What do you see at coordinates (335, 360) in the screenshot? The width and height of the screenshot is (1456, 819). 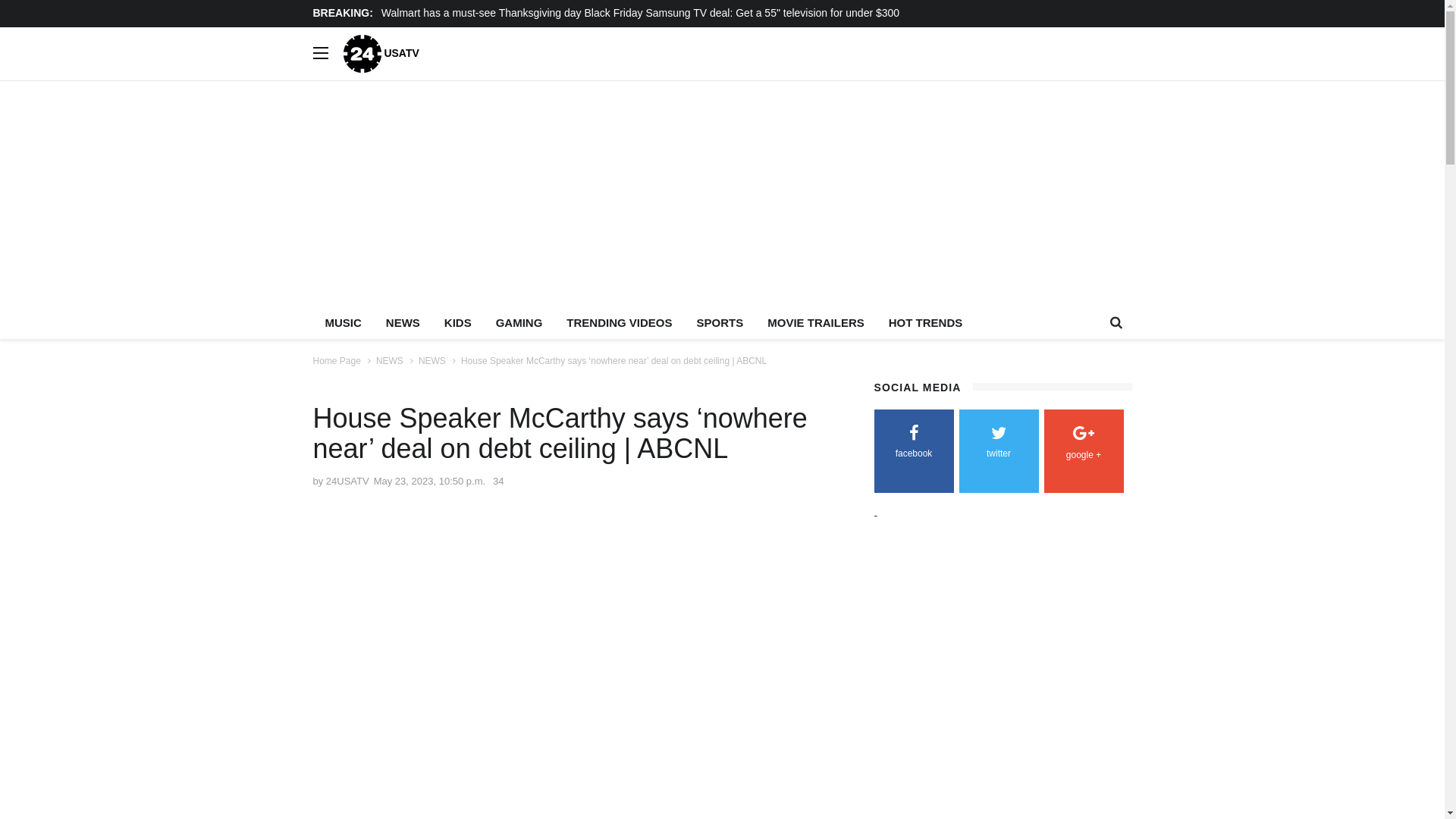 I see `'Home Page'` at bounding box center [335, 360].